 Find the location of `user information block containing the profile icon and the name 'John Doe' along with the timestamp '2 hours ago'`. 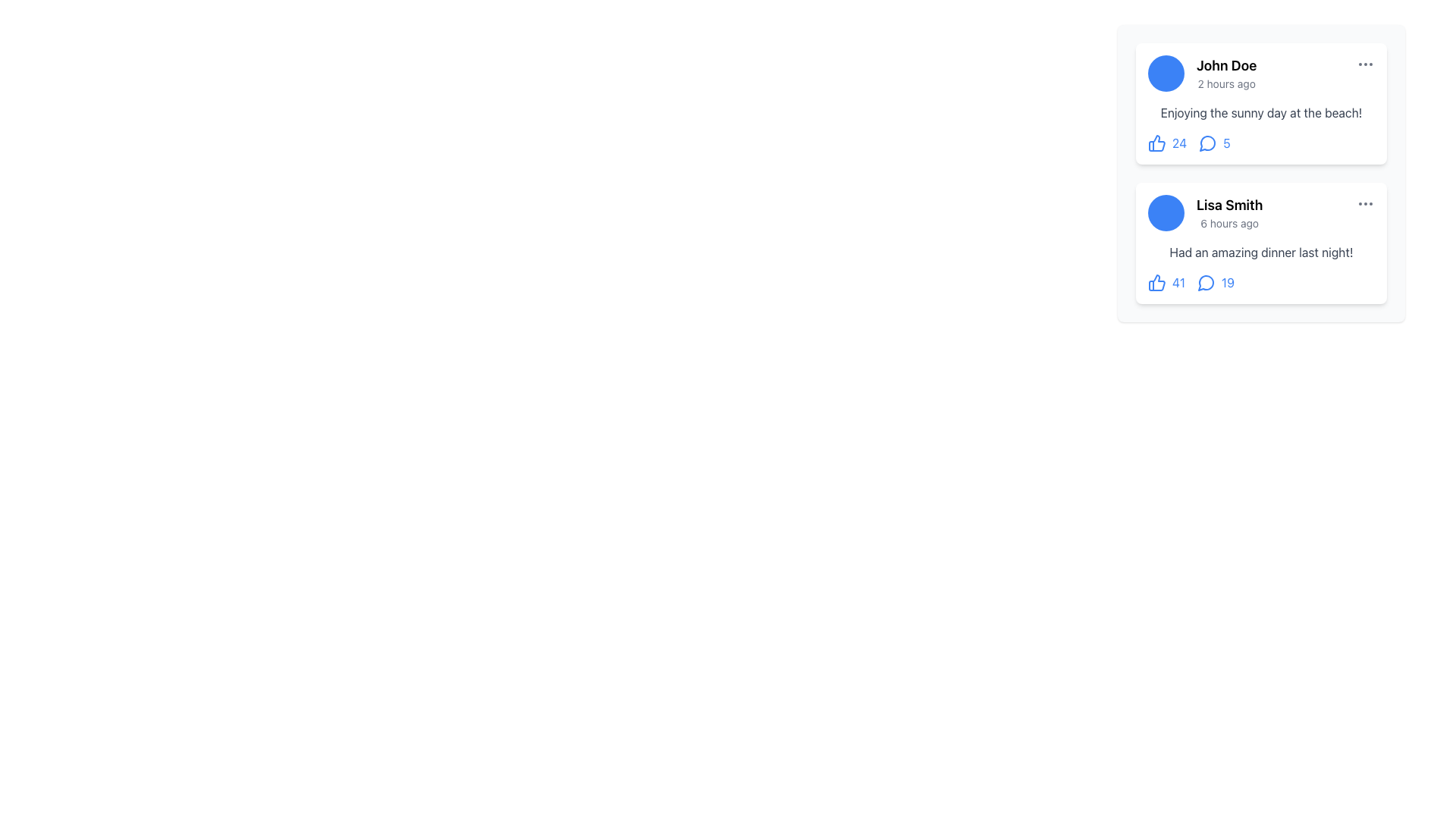

user information block containing the profile icon and the name 'John Doe' along with the timestamp '2 hours ago' is located at coordinates (1201, 73).